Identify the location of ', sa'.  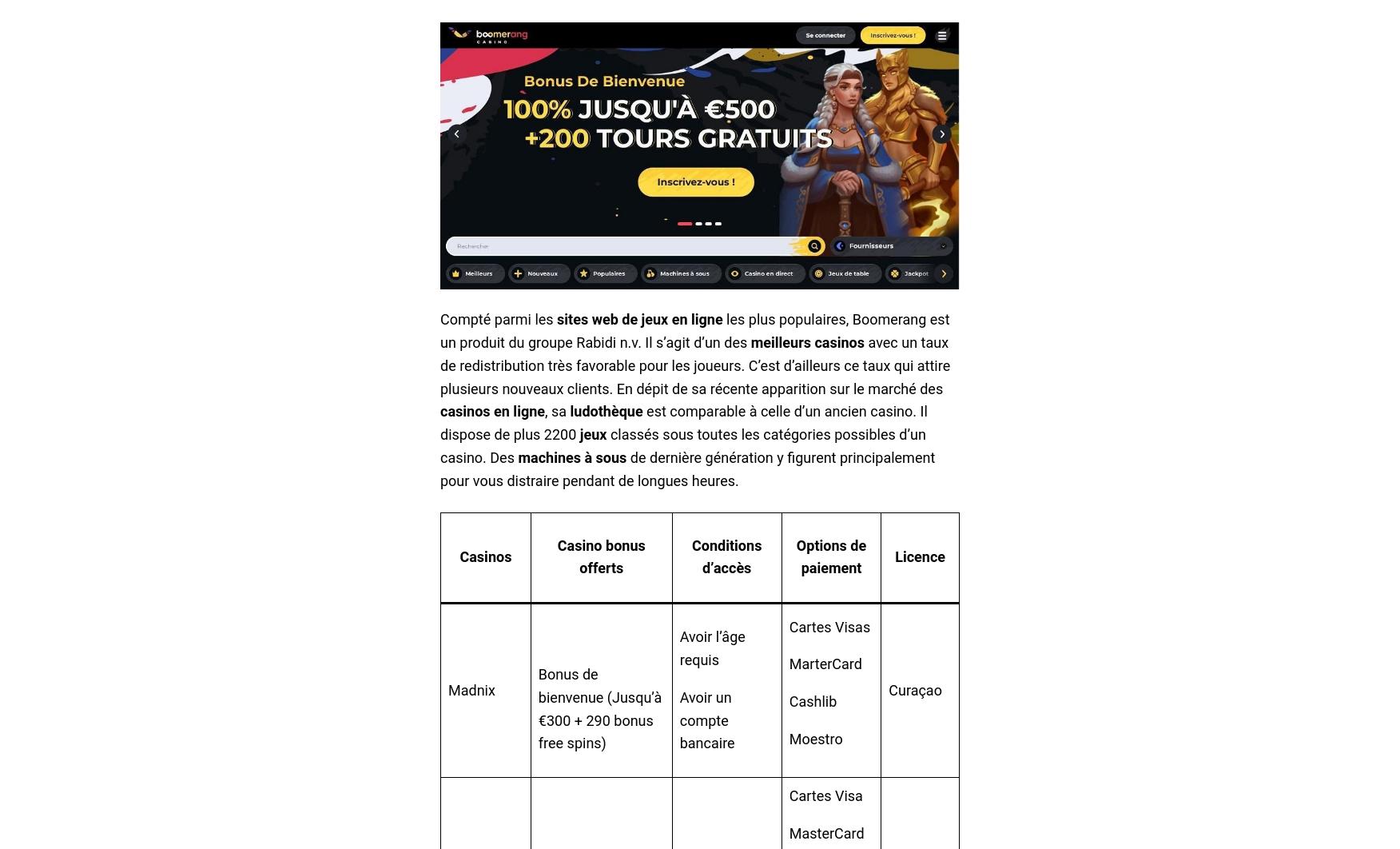
(556, 410).